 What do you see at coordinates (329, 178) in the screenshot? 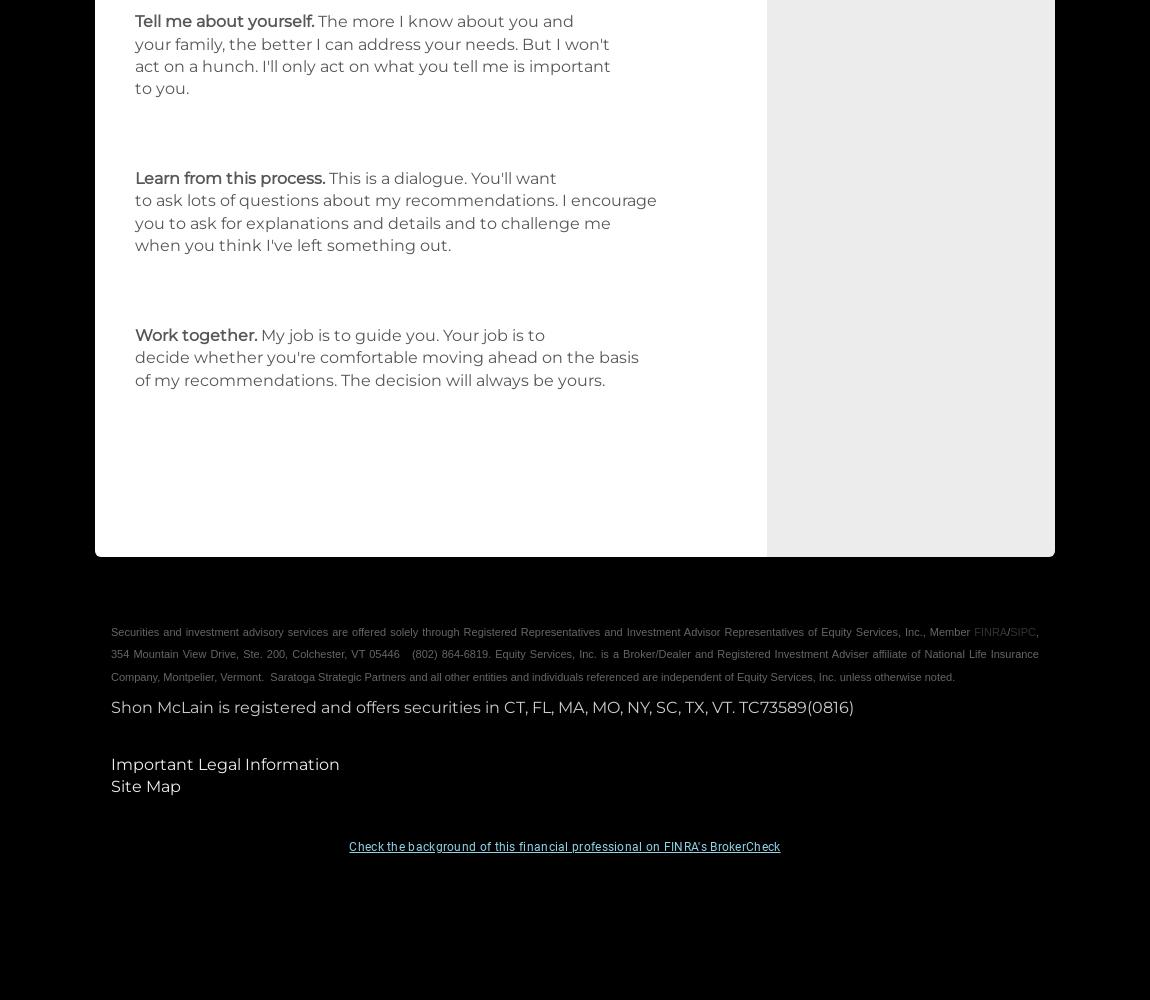
I see `'This is a dialogue. You'll want'` at bounding box center [329, 178].